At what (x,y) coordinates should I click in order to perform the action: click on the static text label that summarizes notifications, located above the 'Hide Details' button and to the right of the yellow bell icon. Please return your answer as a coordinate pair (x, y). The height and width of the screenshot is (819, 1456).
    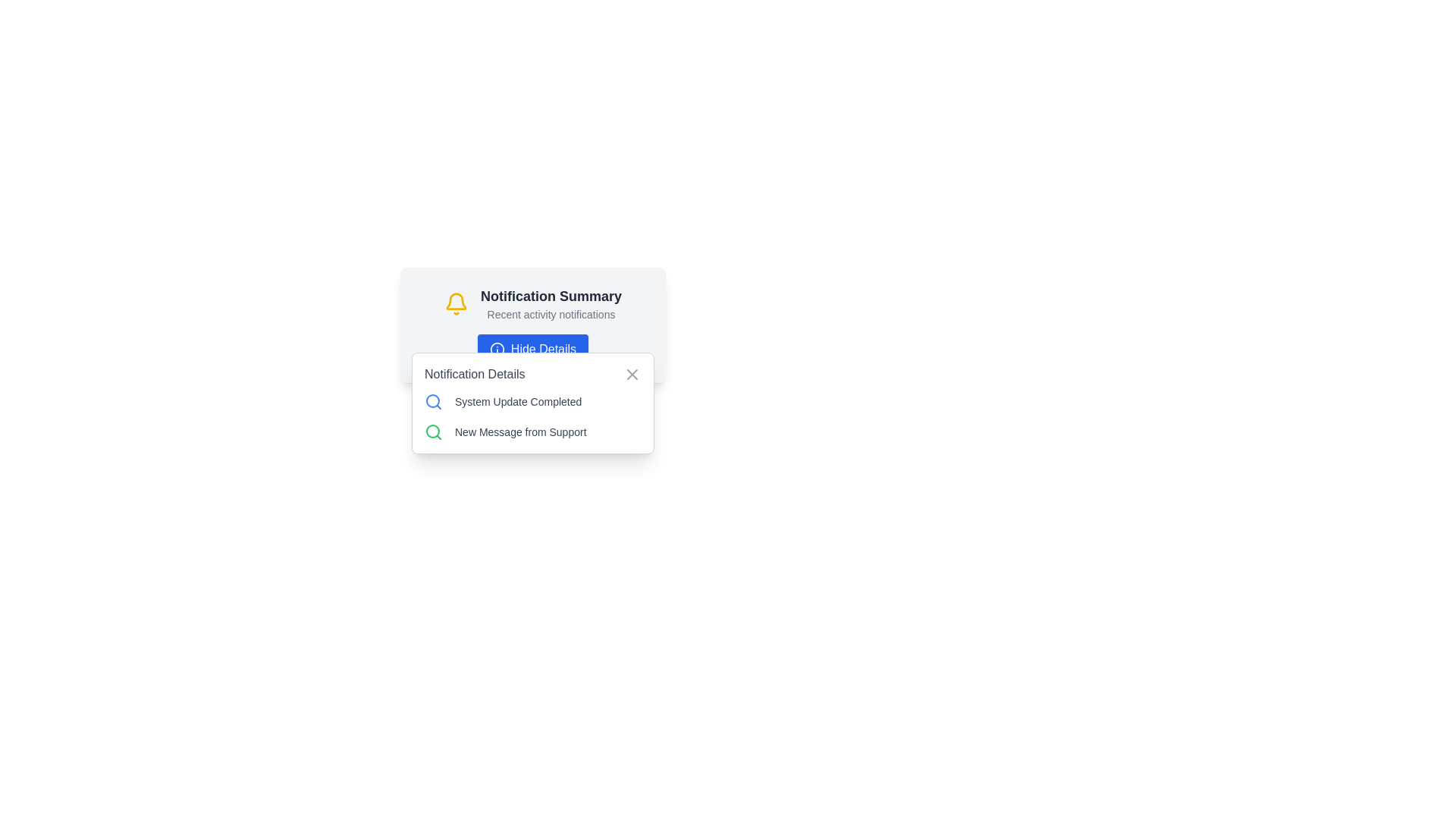
    Looking at the image, I should click on (550, 304).